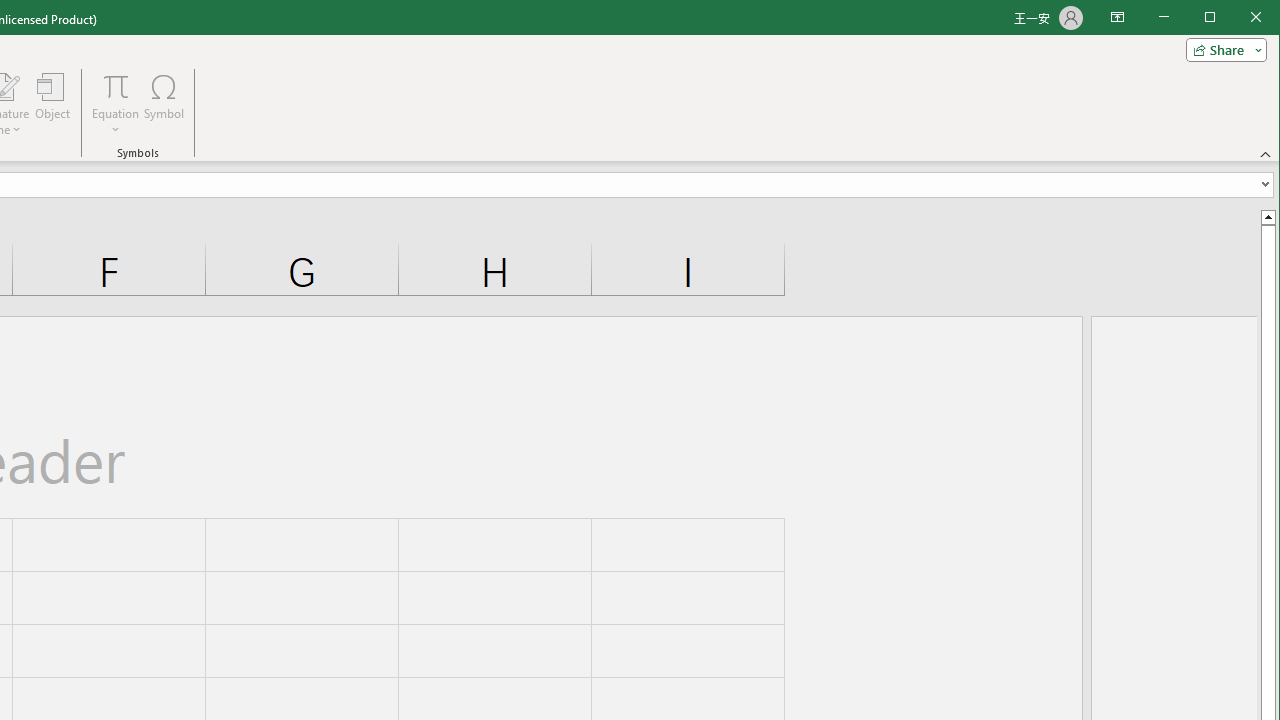 The height and width of the screenshot is (720, 1280). Describe the element at coordinates (114, 104) in the screenshot. I see `'Equation'` at that location.